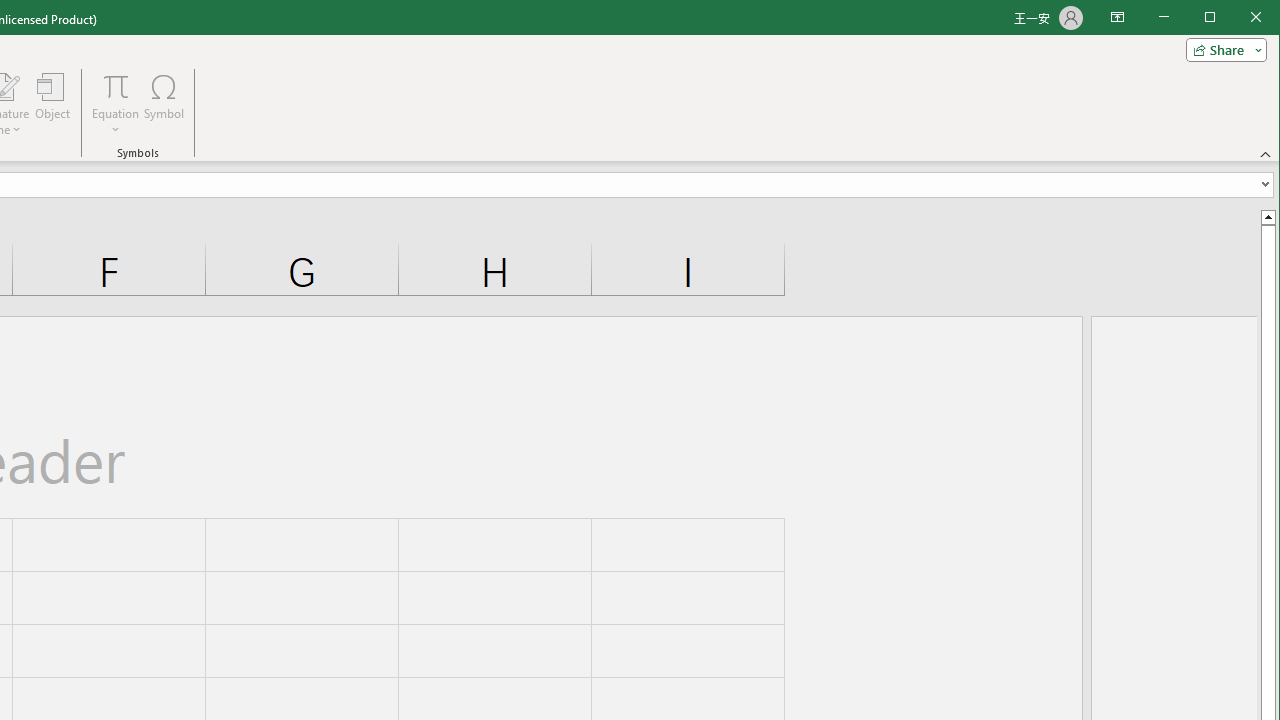 The height and width of the screenshot is (720, 1280). Describe the element at coordinates (114, 104) in the screenshot. I see `'Equation'` at that location.